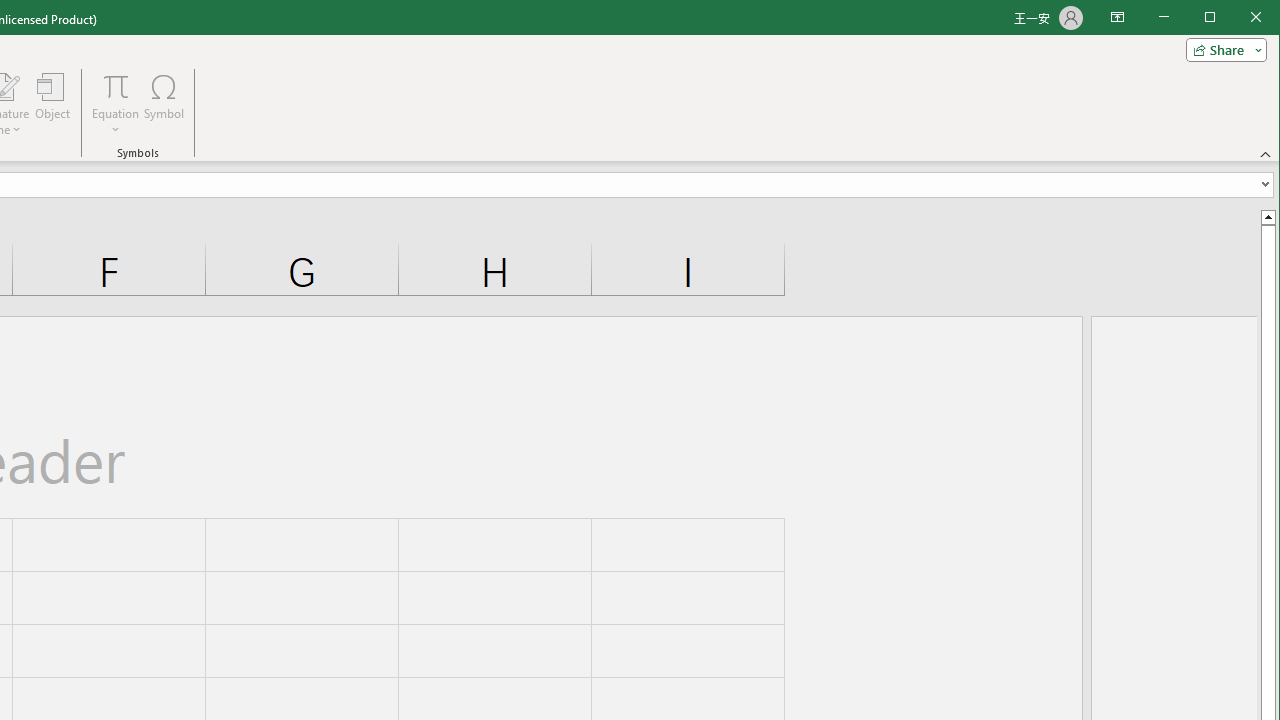 The height and width of the screenshot is (720, 1280). Describe the element at coordinates (114, 104) in the screenshot. I see `'Equation'` at that location.